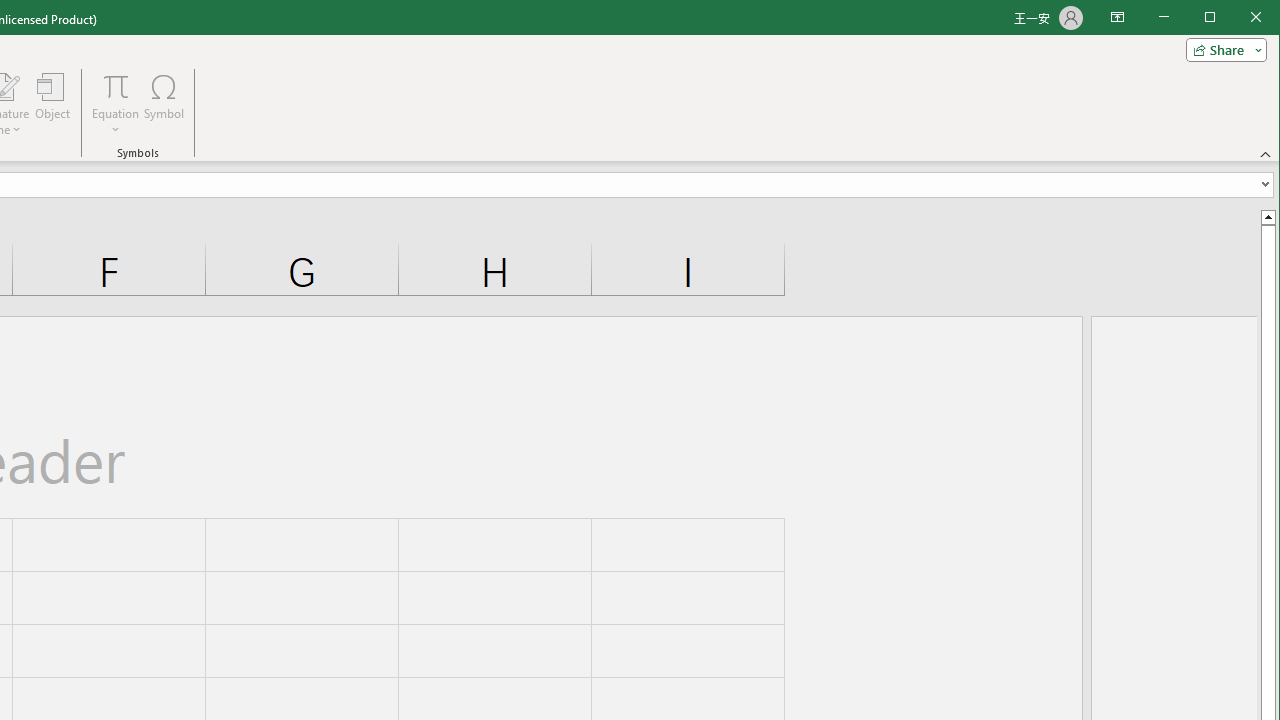 The height and width of the screenshot is (720, 1280). Describe the element at coordinates (114, 104) in the screenshot. I see `'Equation'` at that location.